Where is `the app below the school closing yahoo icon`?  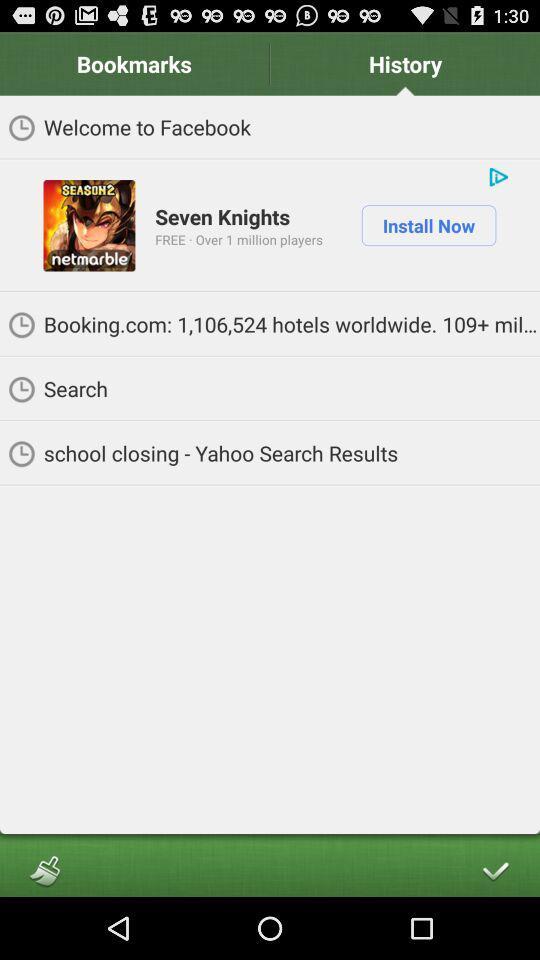
the app below the school closing yahoo icon is located at coordinates (44, 869).